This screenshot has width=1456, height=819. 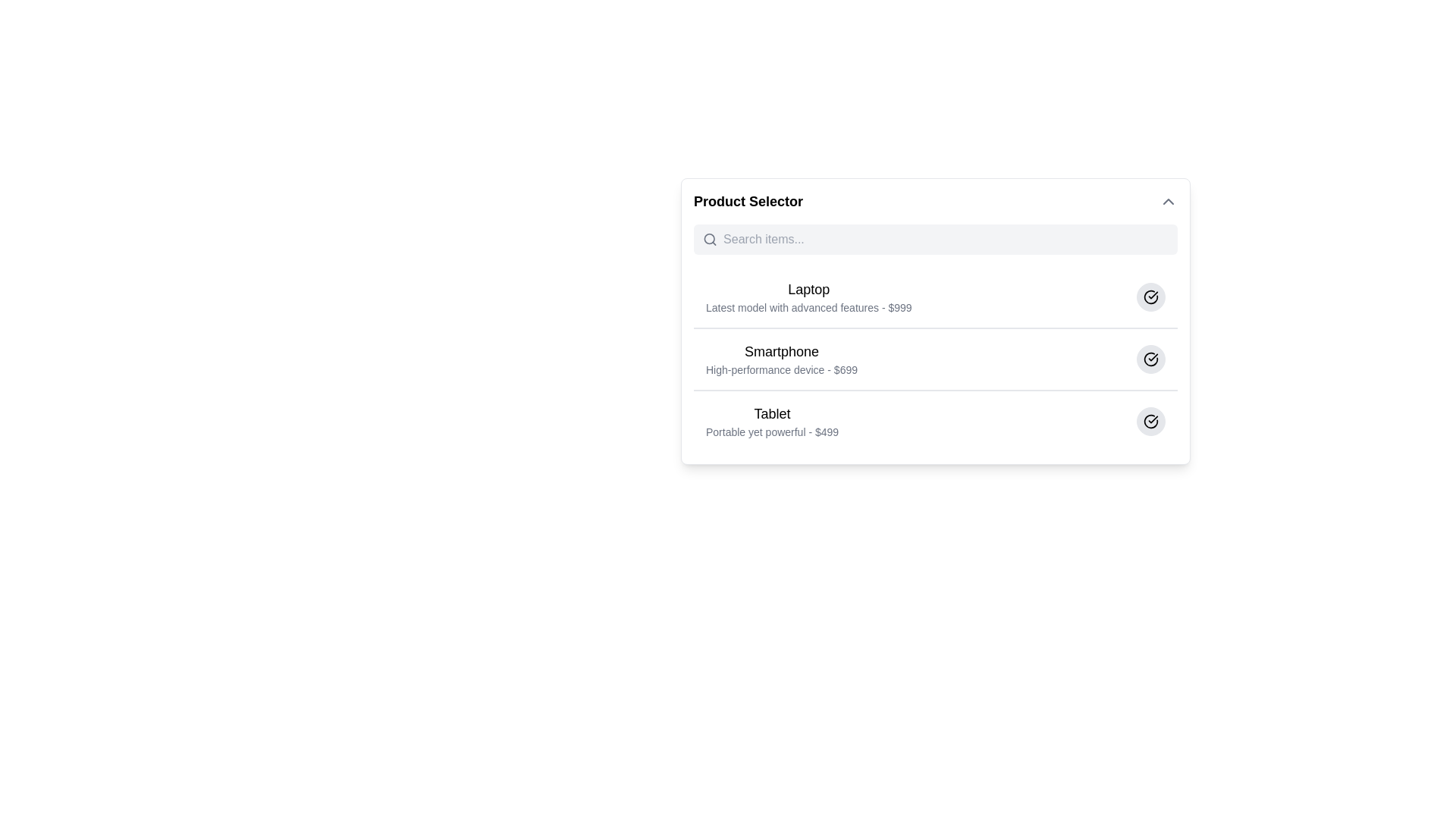 What do you see at coordinates (772, 432) in the screenshot?
I see `the text label that provides additional descriptive details and the price of the 'Tablet' product, located directly beneath the 'Tablet' label in the product list` at bounding box center [772, 432].